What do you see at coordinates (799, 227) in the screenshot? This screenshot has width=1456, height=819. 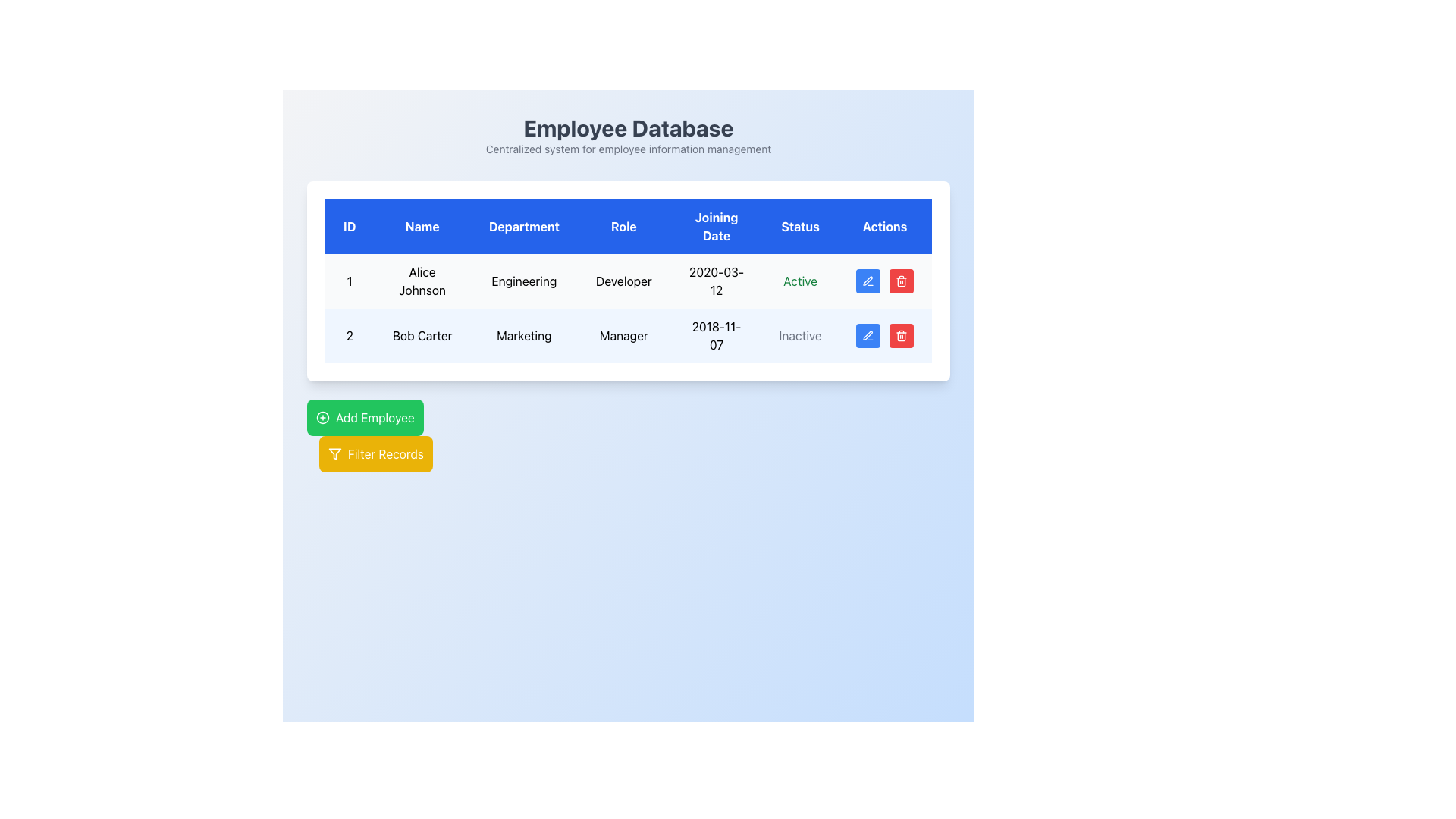 I see `the header label displaying 'Status' which is centered in a blue rectangular box, located in the sixth column of the header row of the data table` at bounding box center [799, 227].